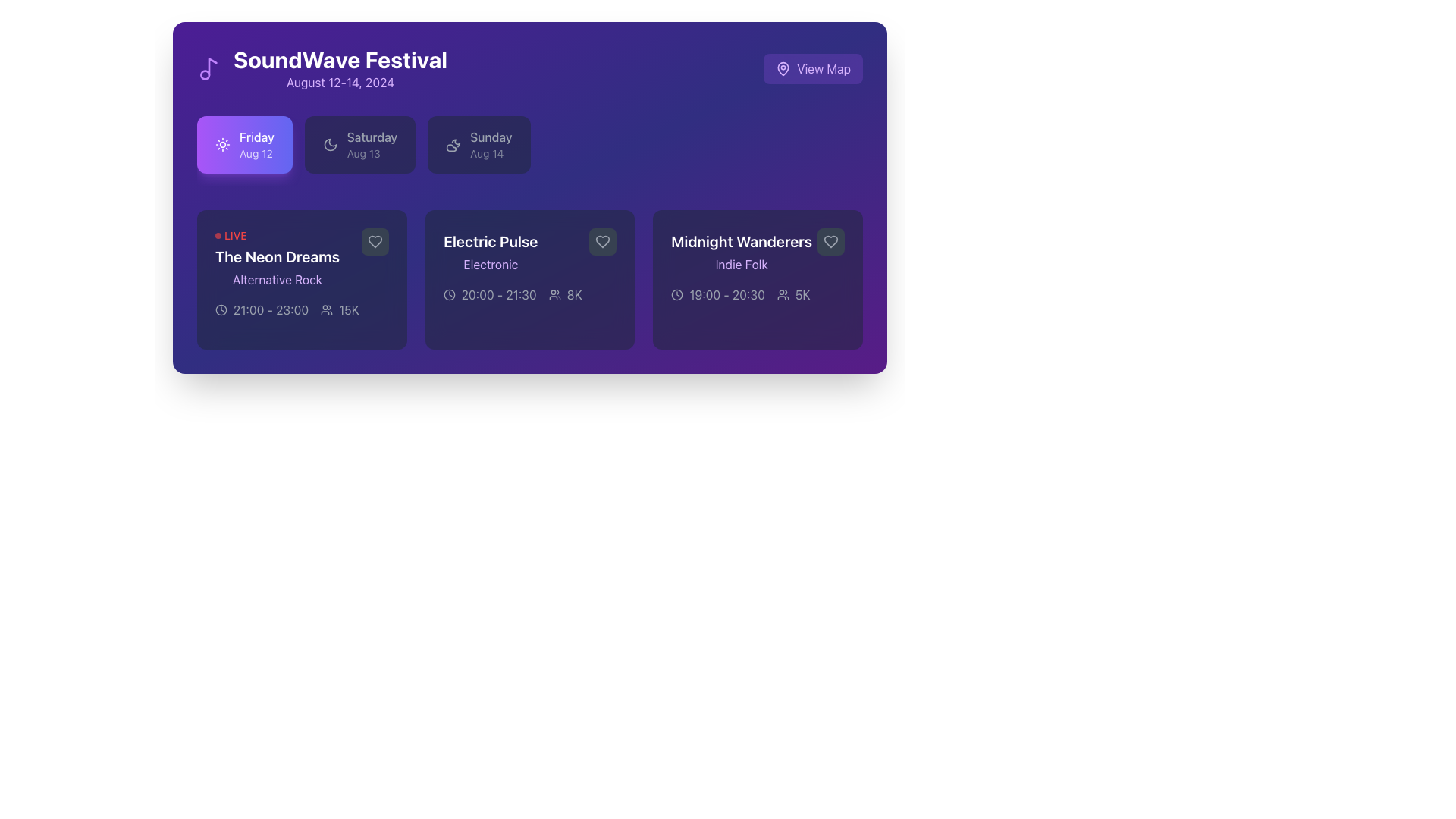  I want to click on the Label/Text Display that presents information about the live music event, so click(278, 257).